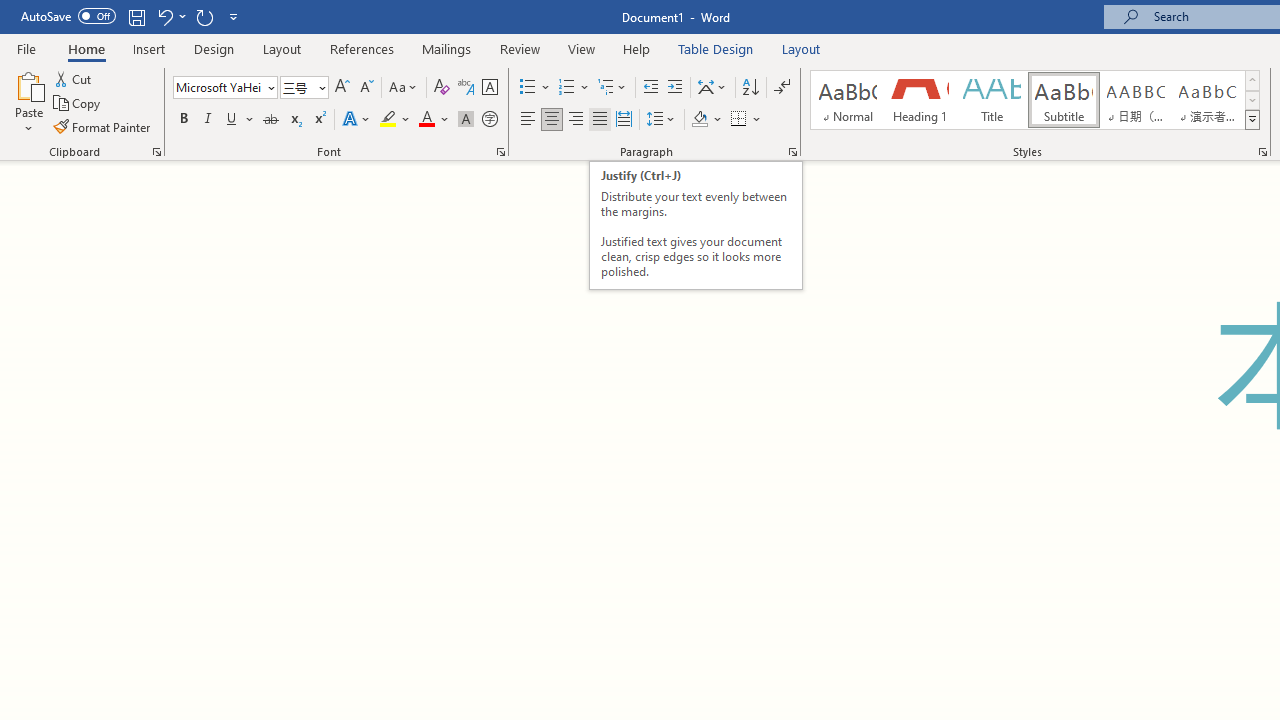 Image resolution: width=1280 pixels, height=720 pixels. I want to click on 'Text Effects and Typography', so click(357, 119).